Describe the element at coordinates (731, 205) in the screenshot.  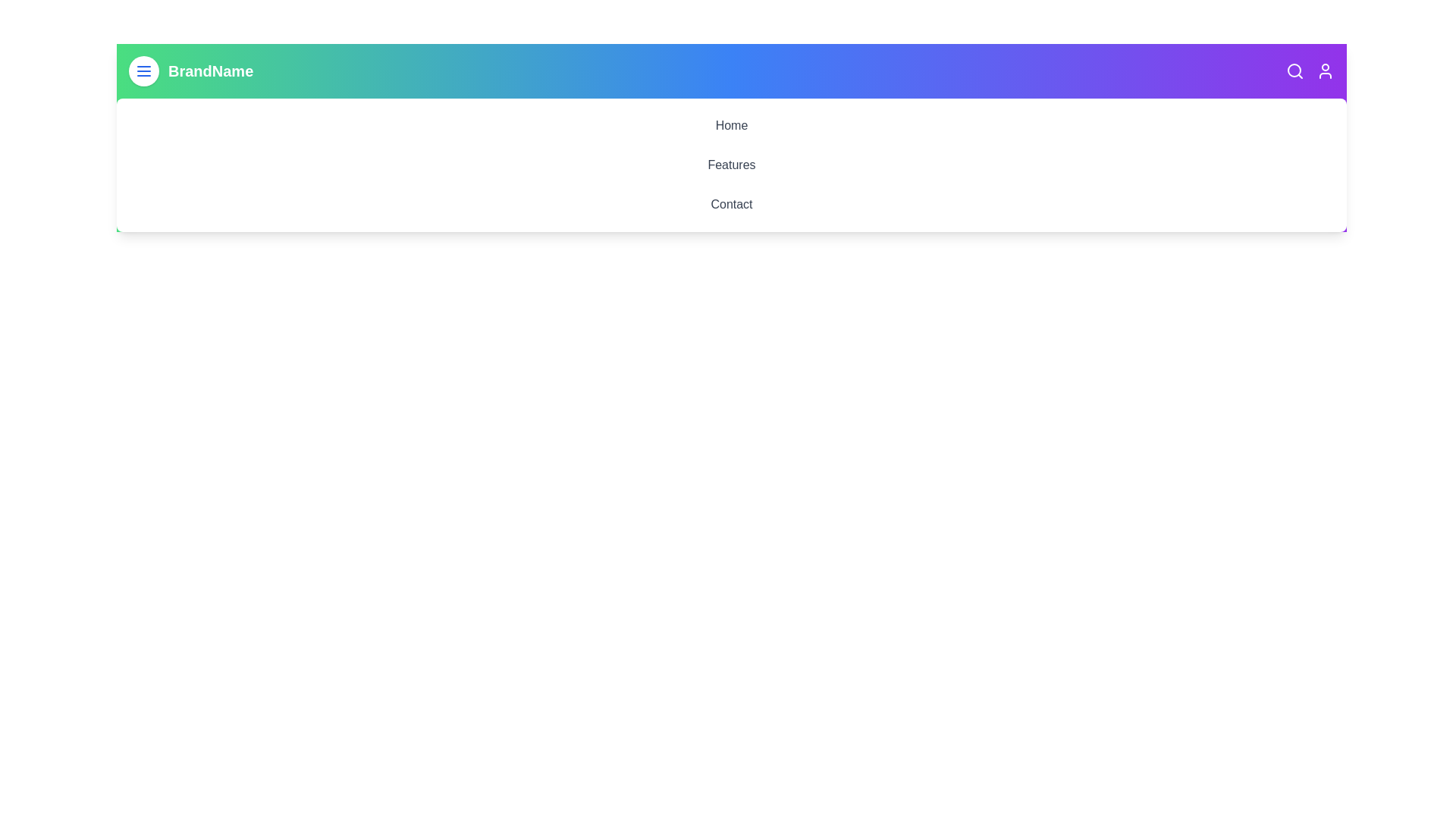
I see `the 'Contact' menu item` at that location.